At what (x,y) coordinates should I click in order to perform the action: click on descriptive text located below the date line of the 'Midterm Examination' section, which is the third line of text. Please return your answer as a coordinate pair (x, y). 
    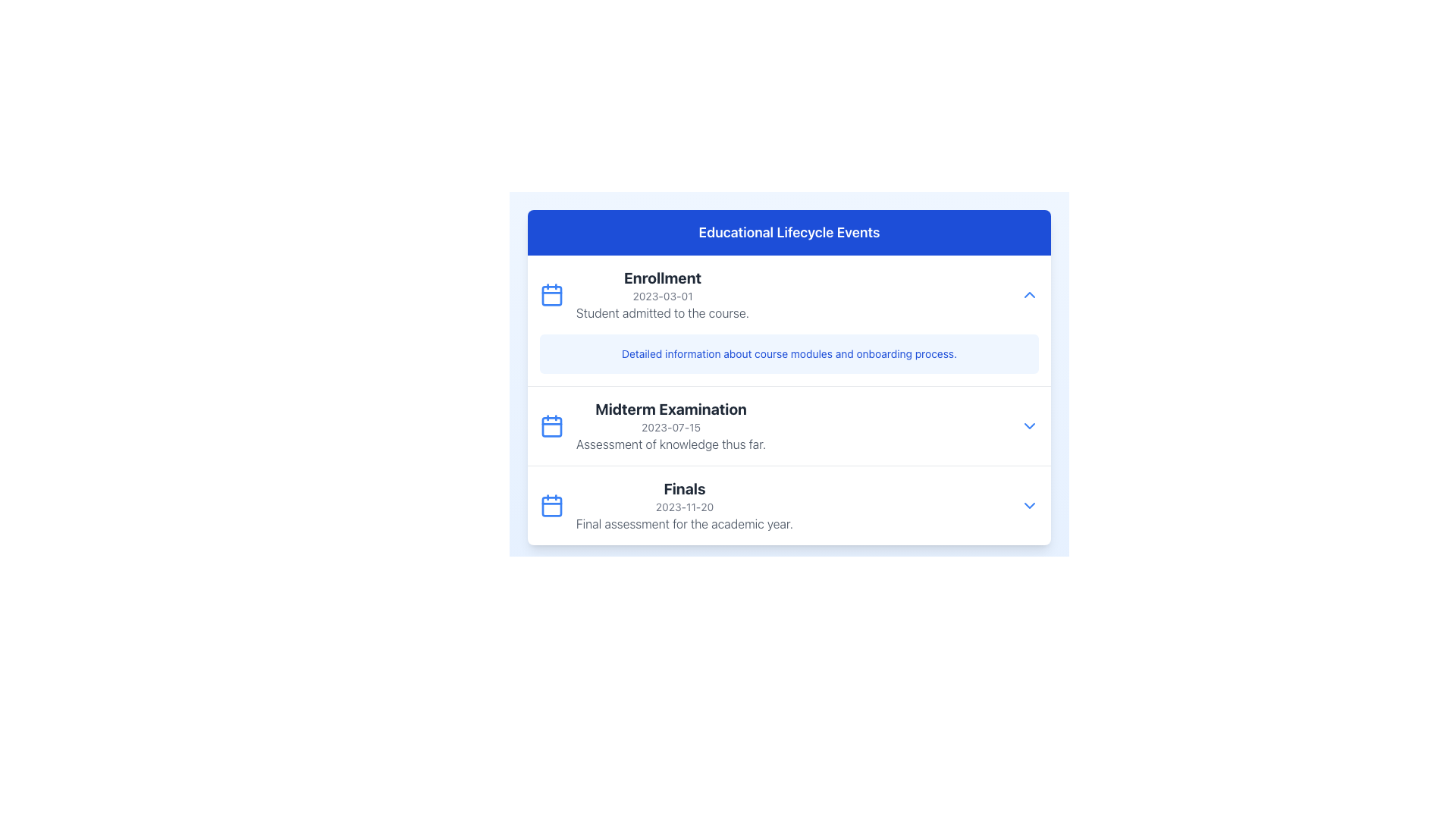
    Looking at the image, I should click on (670, 444).